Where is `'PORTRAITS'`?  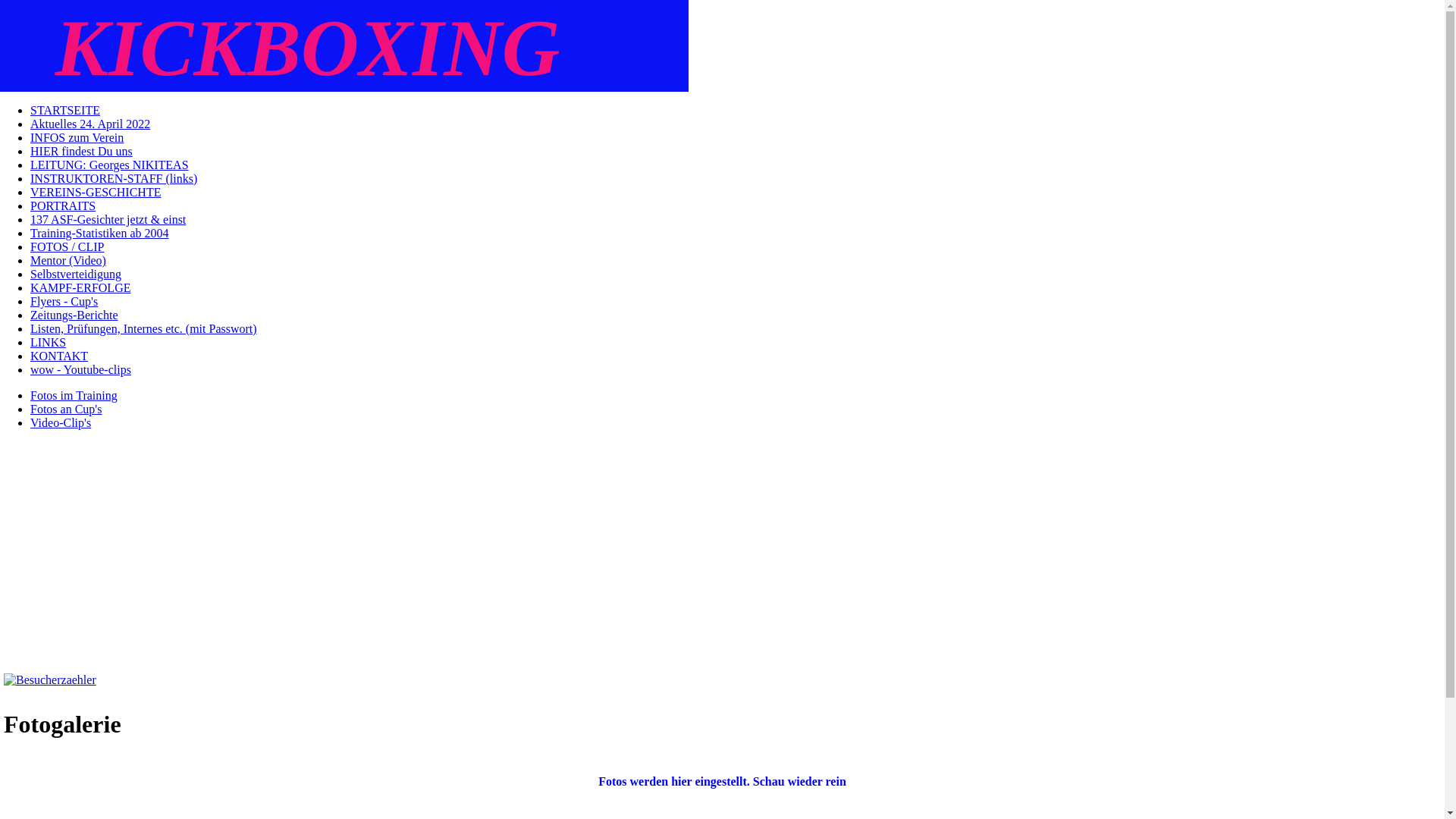 'PORTRAITS' is located at coordinates (61, 206).